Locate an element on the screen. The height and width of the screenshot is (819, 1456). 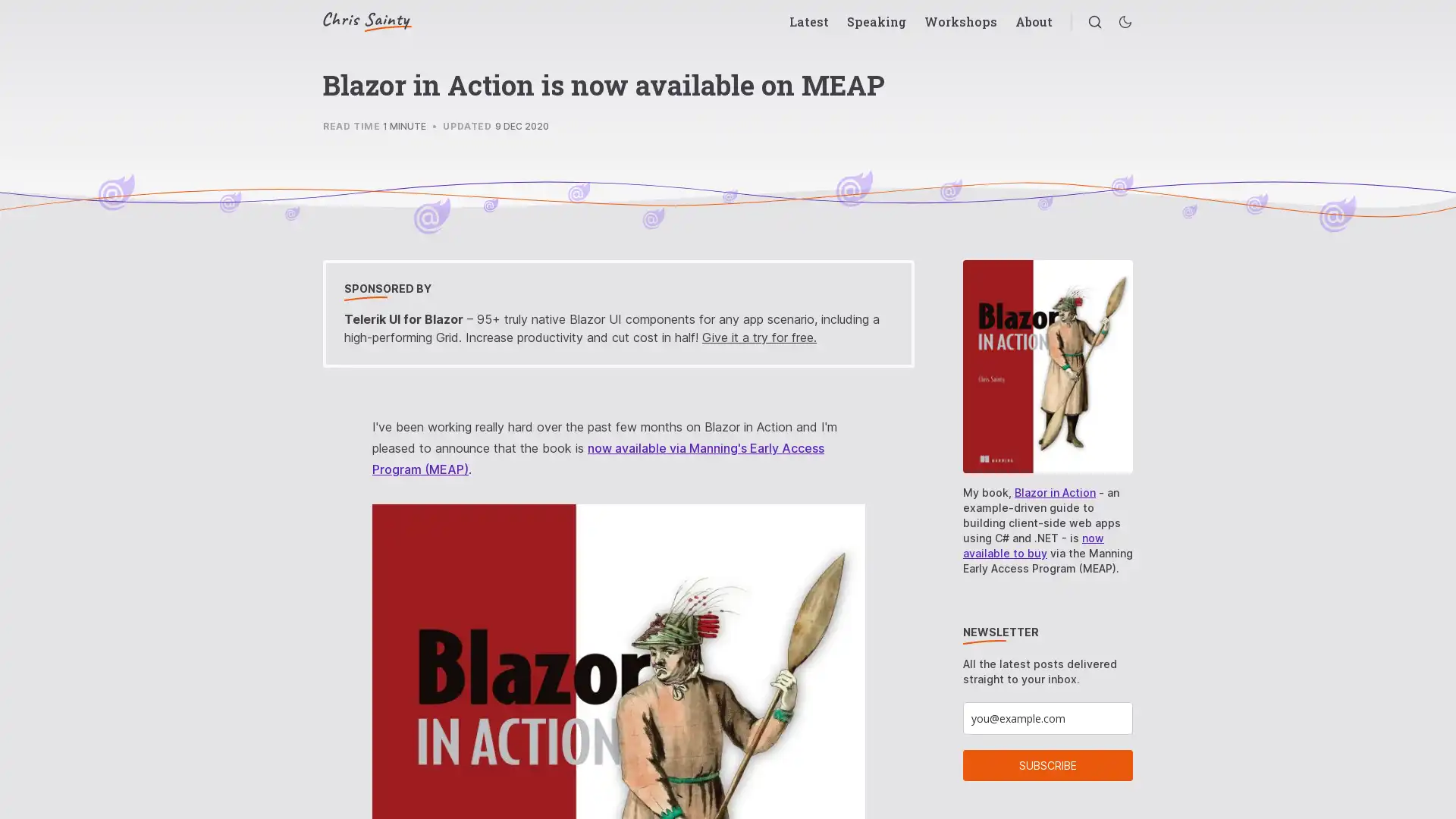
Enable dark mode is located at coordinates (1125, 22).